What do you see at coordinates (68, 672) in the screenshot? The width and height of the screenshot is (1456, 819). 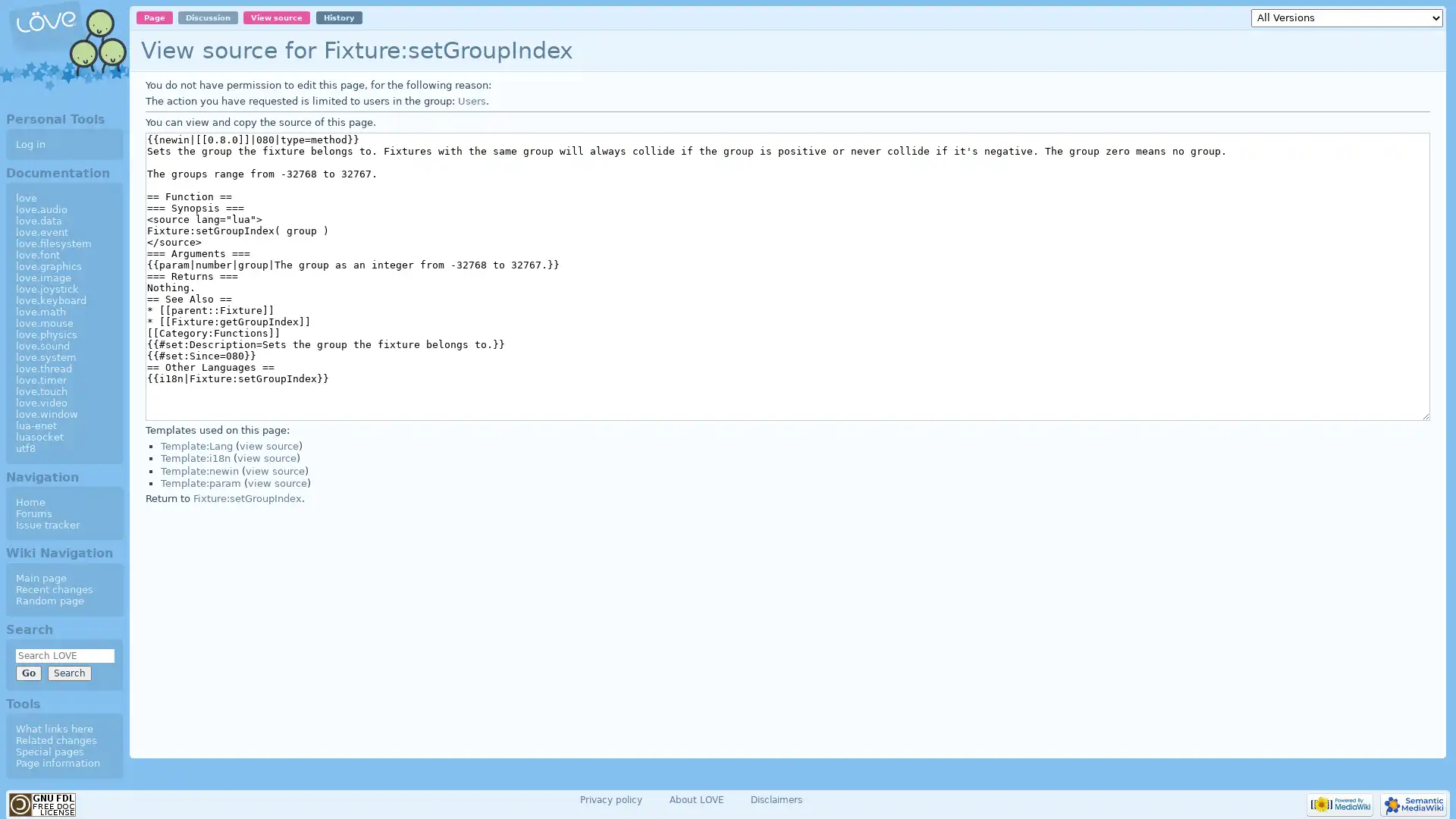 I see `Search` at bounding box center [68, 672].